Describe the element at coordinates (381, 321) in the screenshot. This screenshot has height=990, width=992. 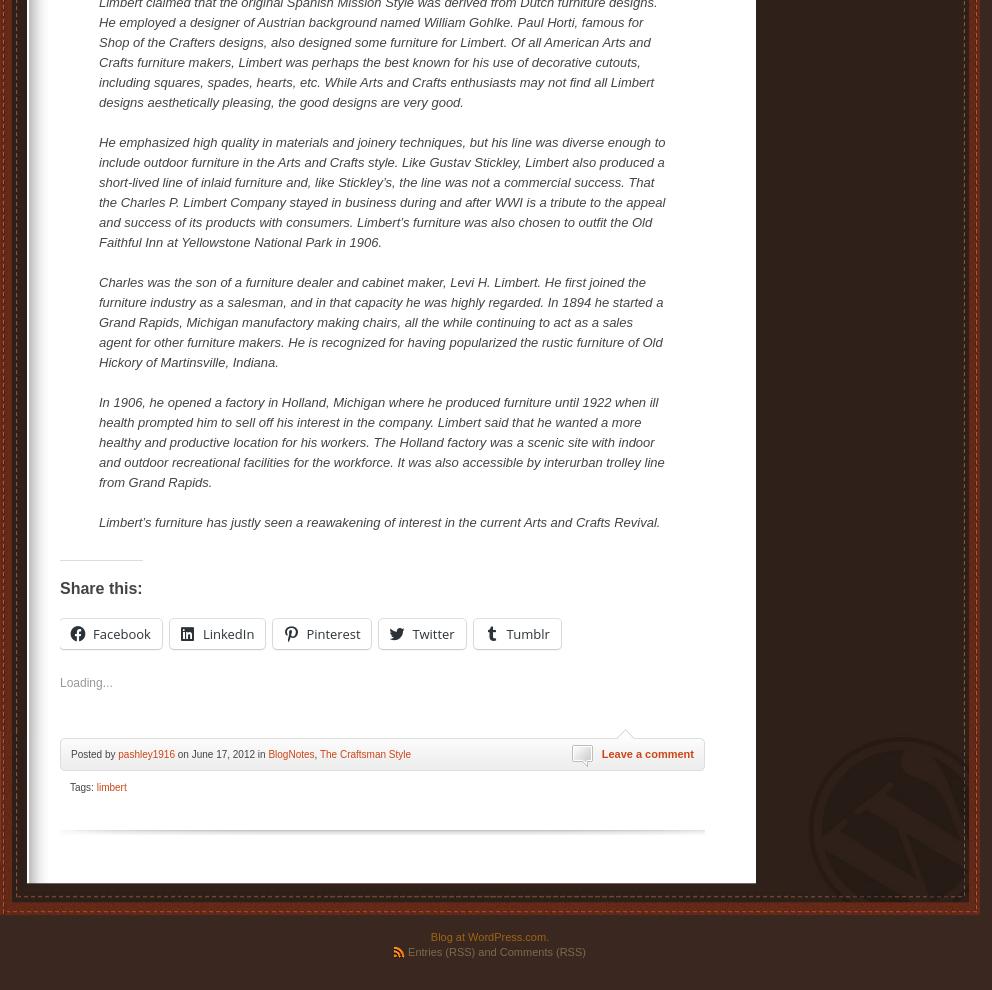
I see `'Charles was the son of a furniture dealer and cabinet maker, Levi H. Limbert. He first joined the furniture industry as a salesman, and in that capacity he was highly regarded. In 1894 he started a Grand Rapids, Michigan manufactory making chairs, all the while continuing to act as a sales agent for other furniture makers. He is recognized for having popularized the rustic furniture of Old Hickory of Martinsville, Indiana.'` at that location.